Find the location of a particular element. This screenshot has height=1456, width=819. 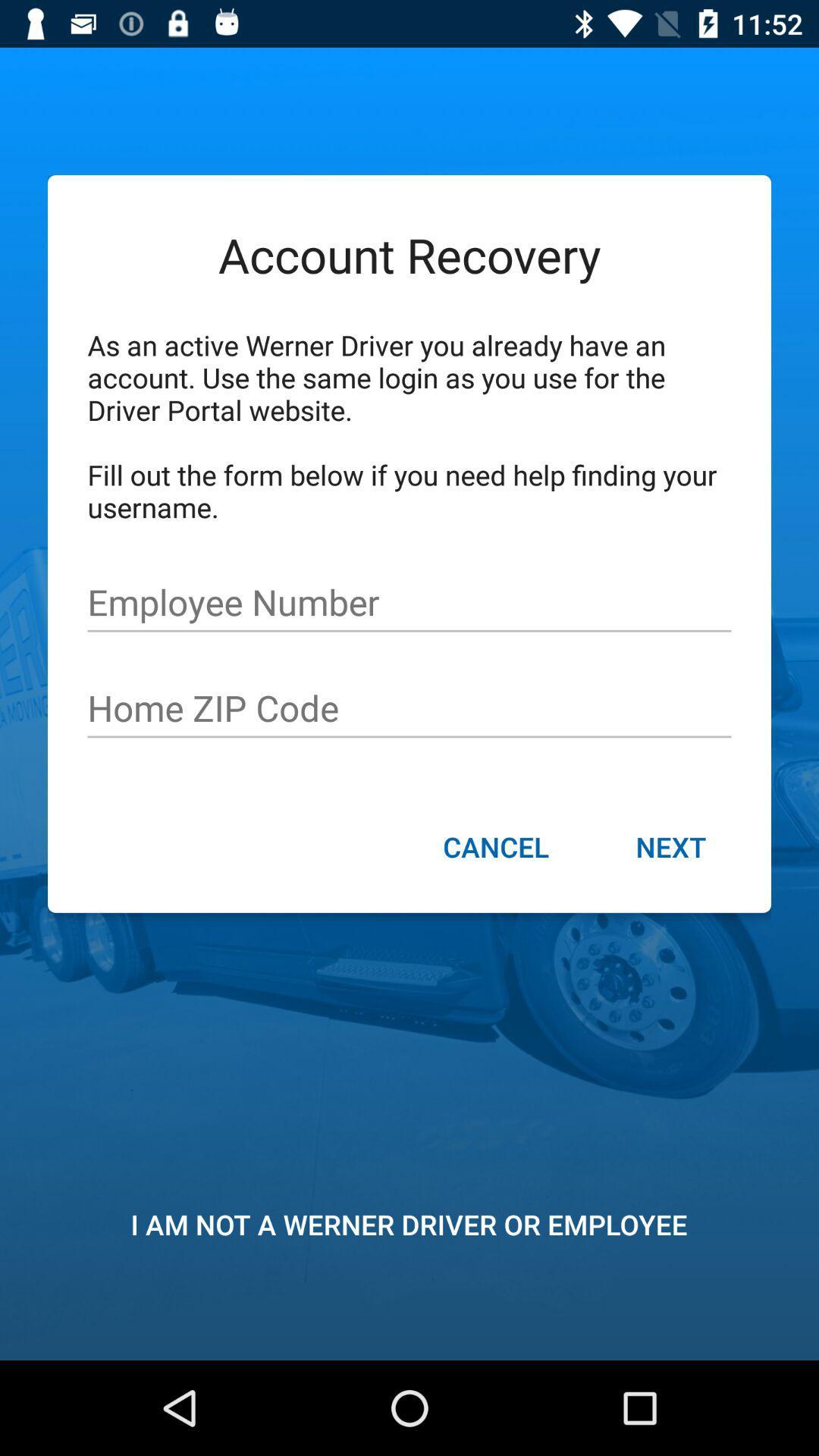

cancel icon is located at coordinates (496, 848).